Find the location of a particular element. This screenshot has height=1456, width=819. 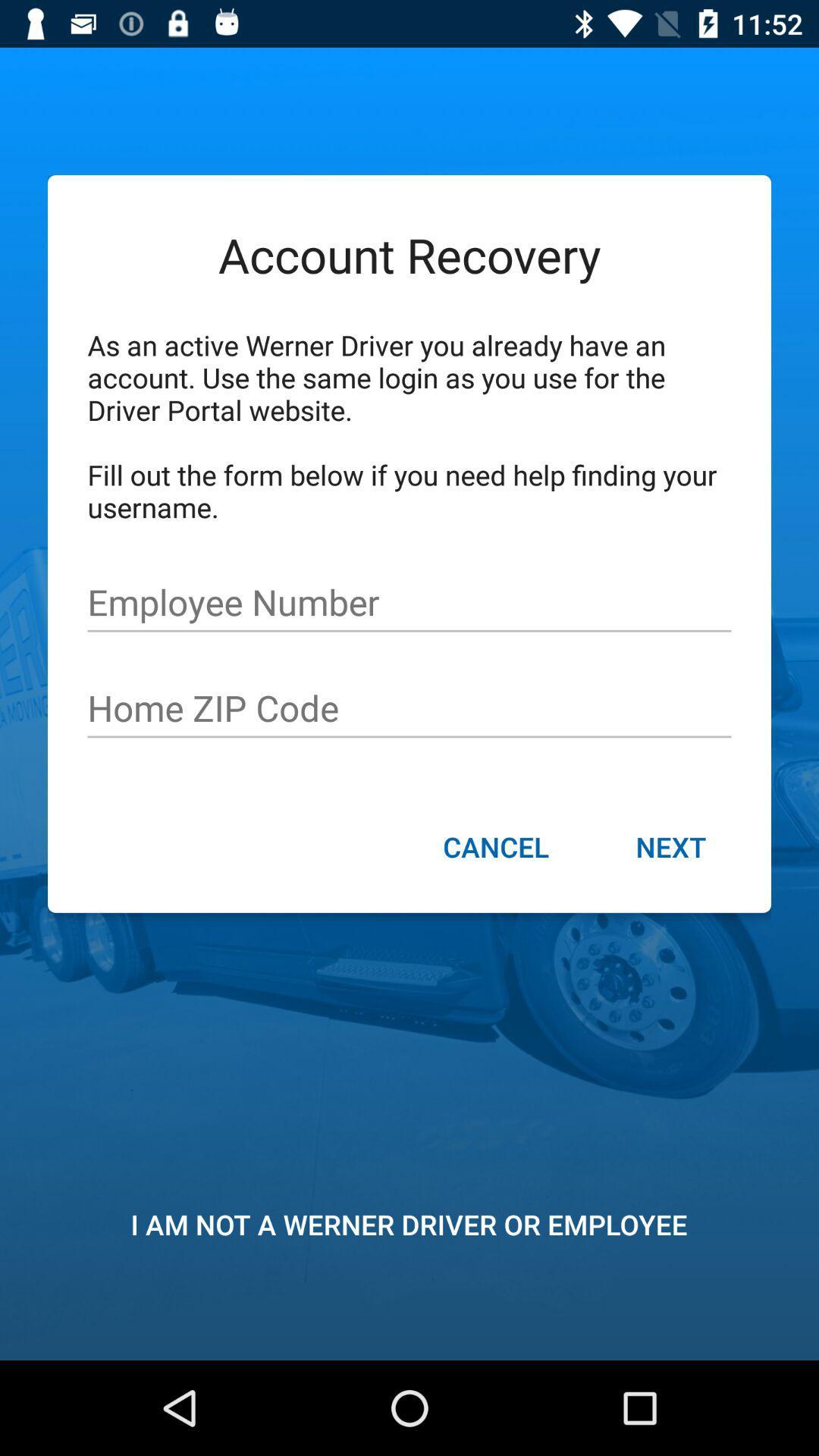

cancel icon is located at coordinates (496, 848).